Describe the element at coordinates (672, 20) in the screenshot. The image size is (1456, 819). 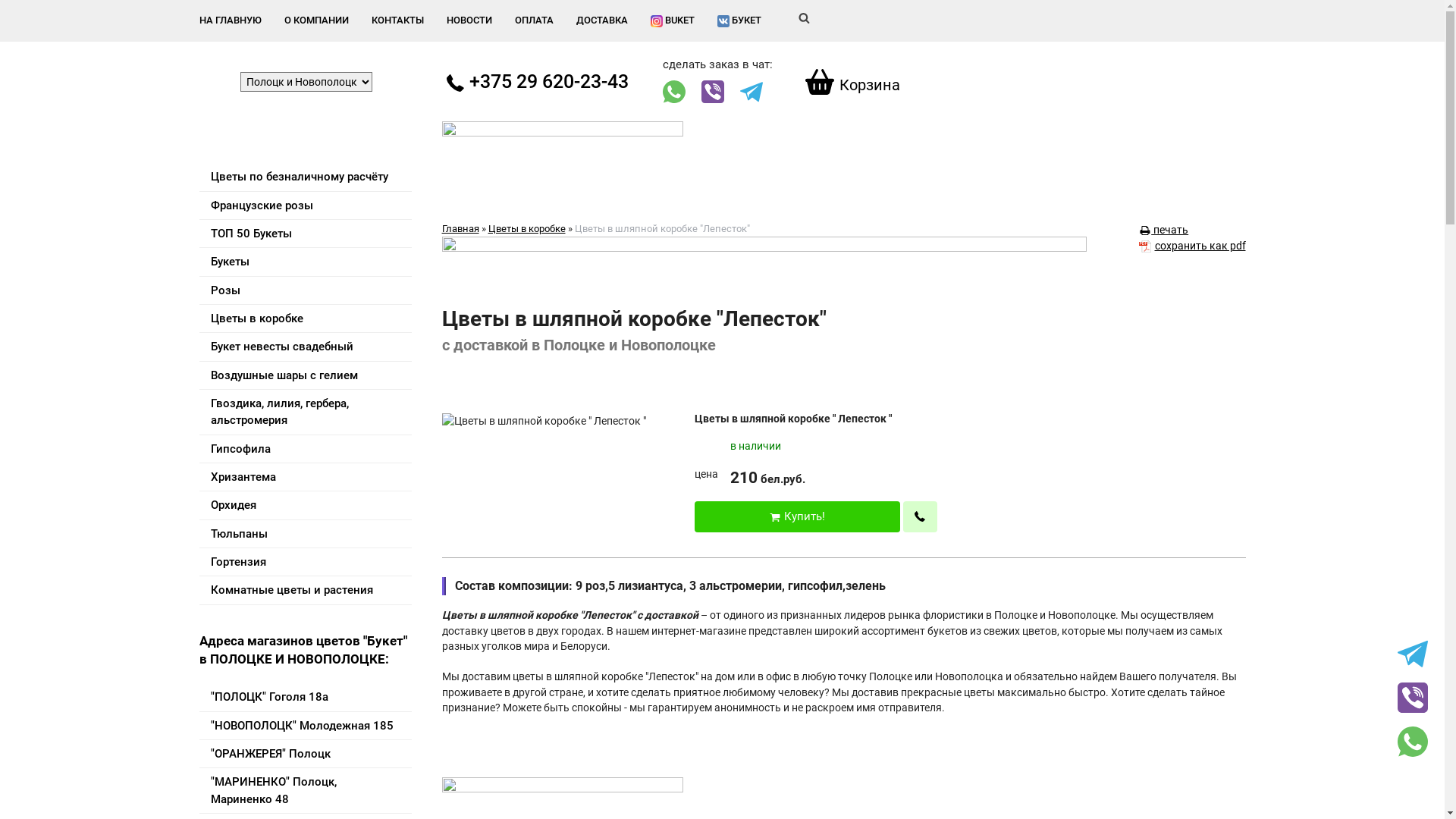
I see `'BUKET'` at that location.